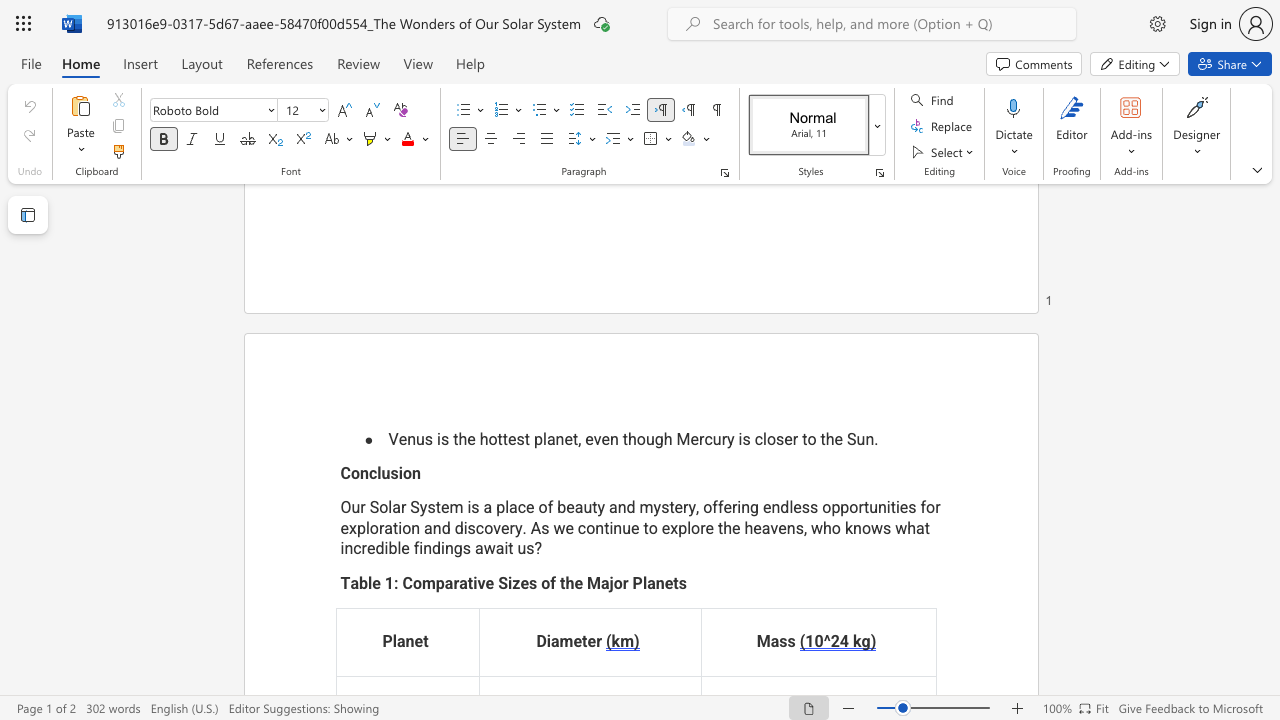 The image size is (1280, 720). I want to click on the subset text "tive Sizes of the Major Planet" within the text "Table 1: Comparative Sizes of the Major Planets", so click(466, 582).